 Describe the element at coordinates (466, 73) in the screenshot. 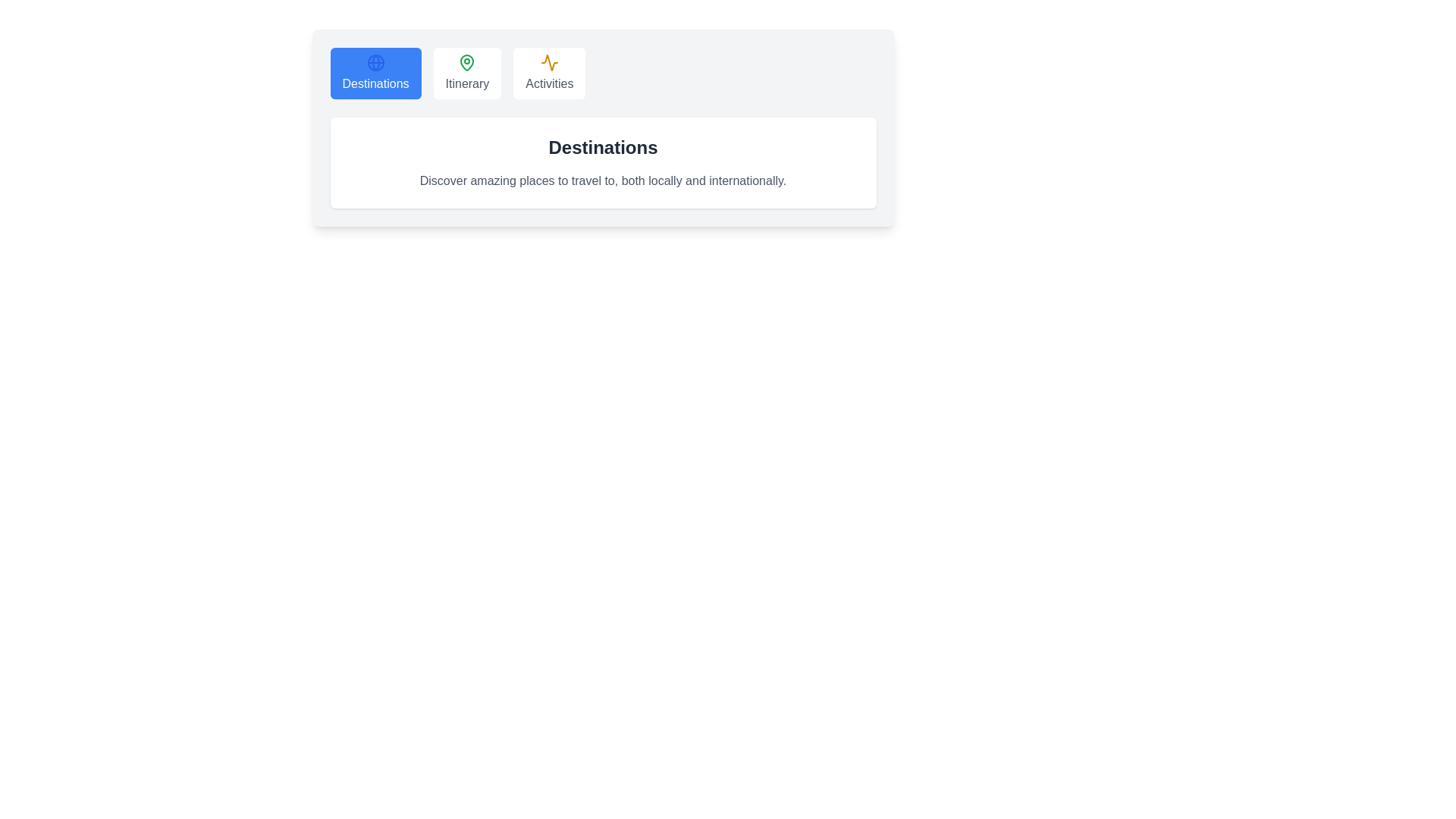

I see `the tab labeled Itinerary to observe the hover effect` at that location.